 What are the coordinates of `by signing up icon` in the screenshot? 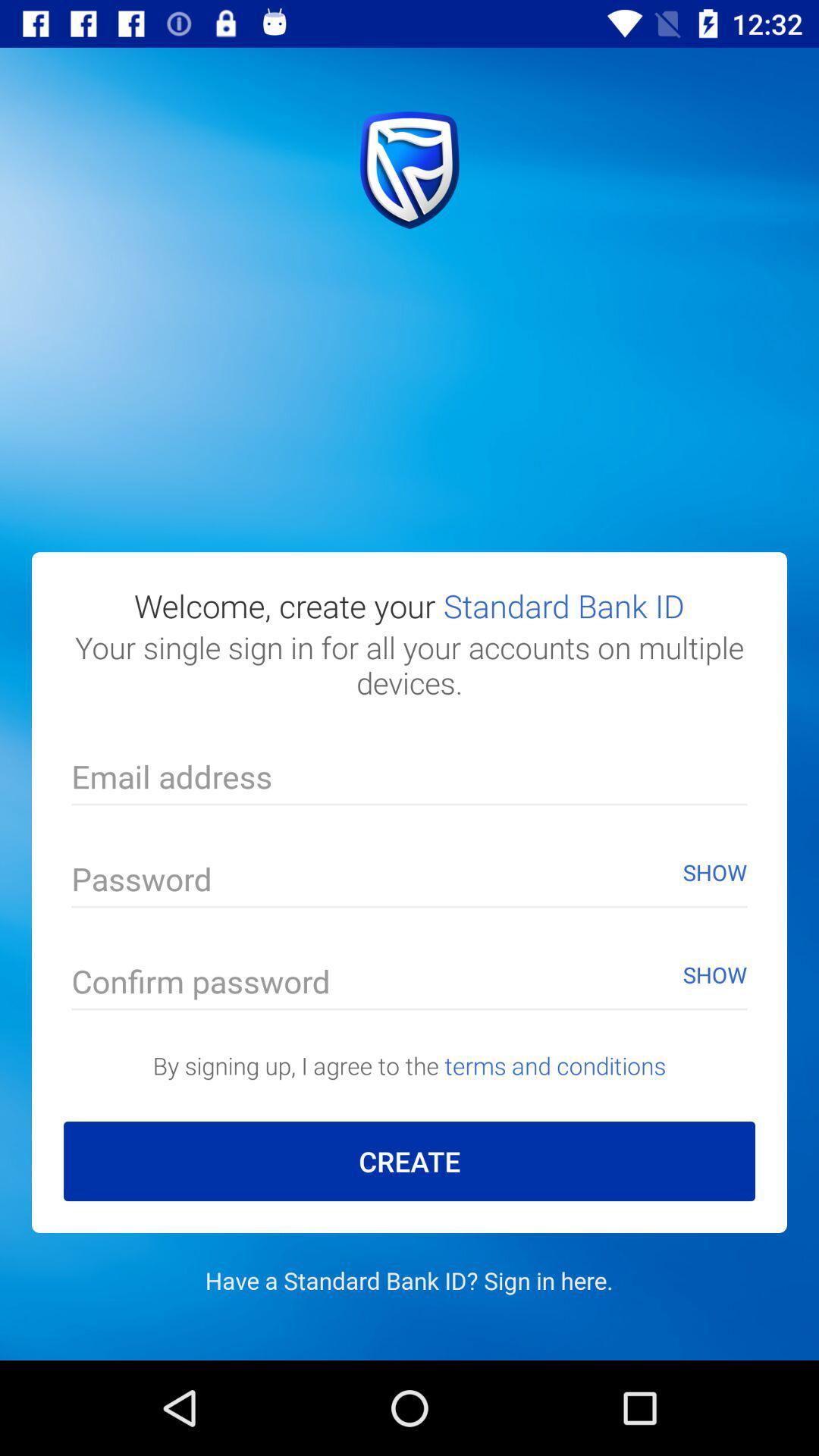 It's located at (409, 1065).